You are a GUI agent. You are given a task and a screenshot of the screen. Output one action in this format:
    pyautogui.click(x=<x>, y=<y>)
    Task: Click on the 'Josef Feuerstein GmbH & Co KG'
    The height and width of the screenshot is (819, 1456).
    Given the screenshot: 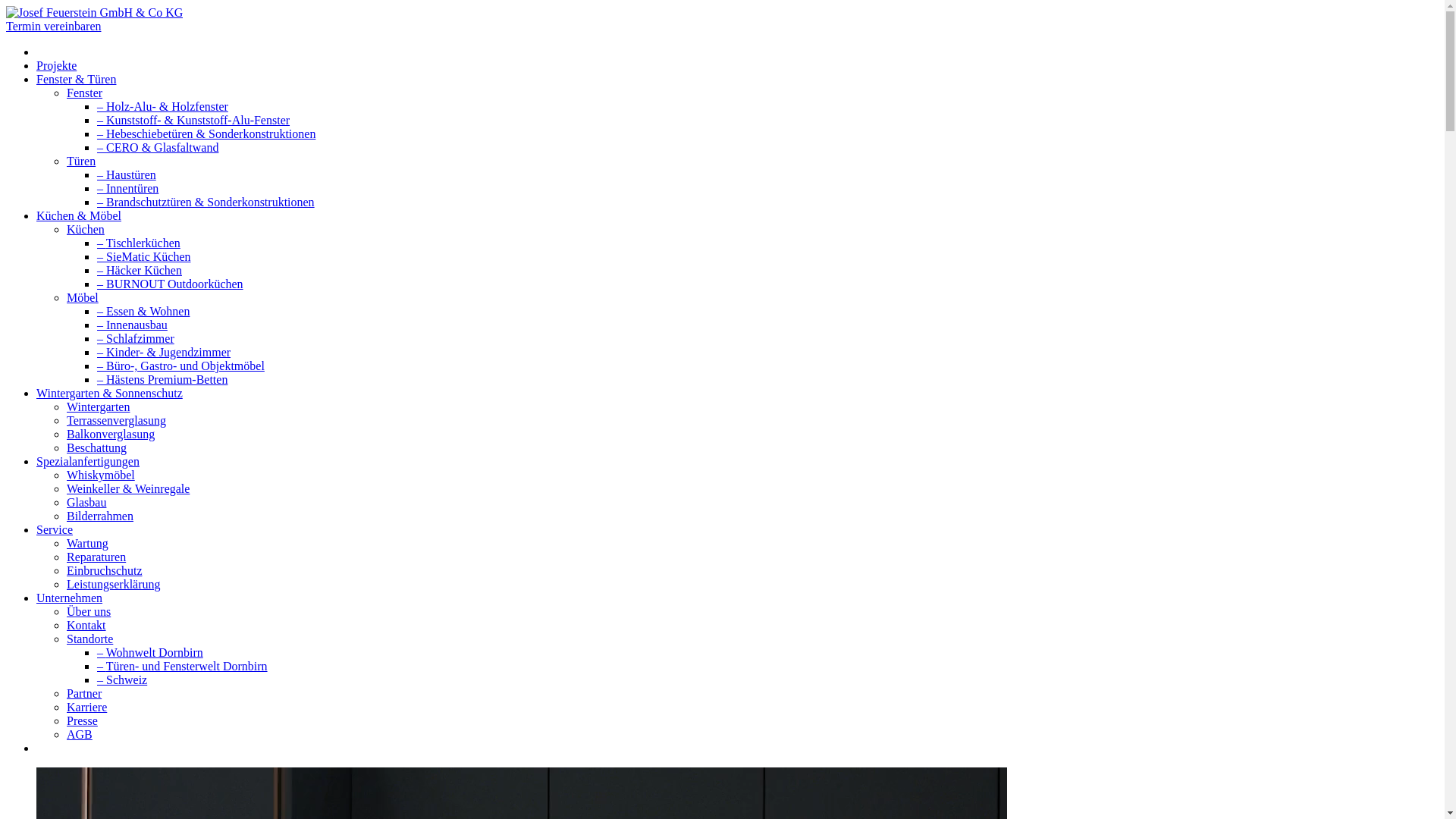 What is the action you would take?
    pyautogui.click(x=93, y=12)
    